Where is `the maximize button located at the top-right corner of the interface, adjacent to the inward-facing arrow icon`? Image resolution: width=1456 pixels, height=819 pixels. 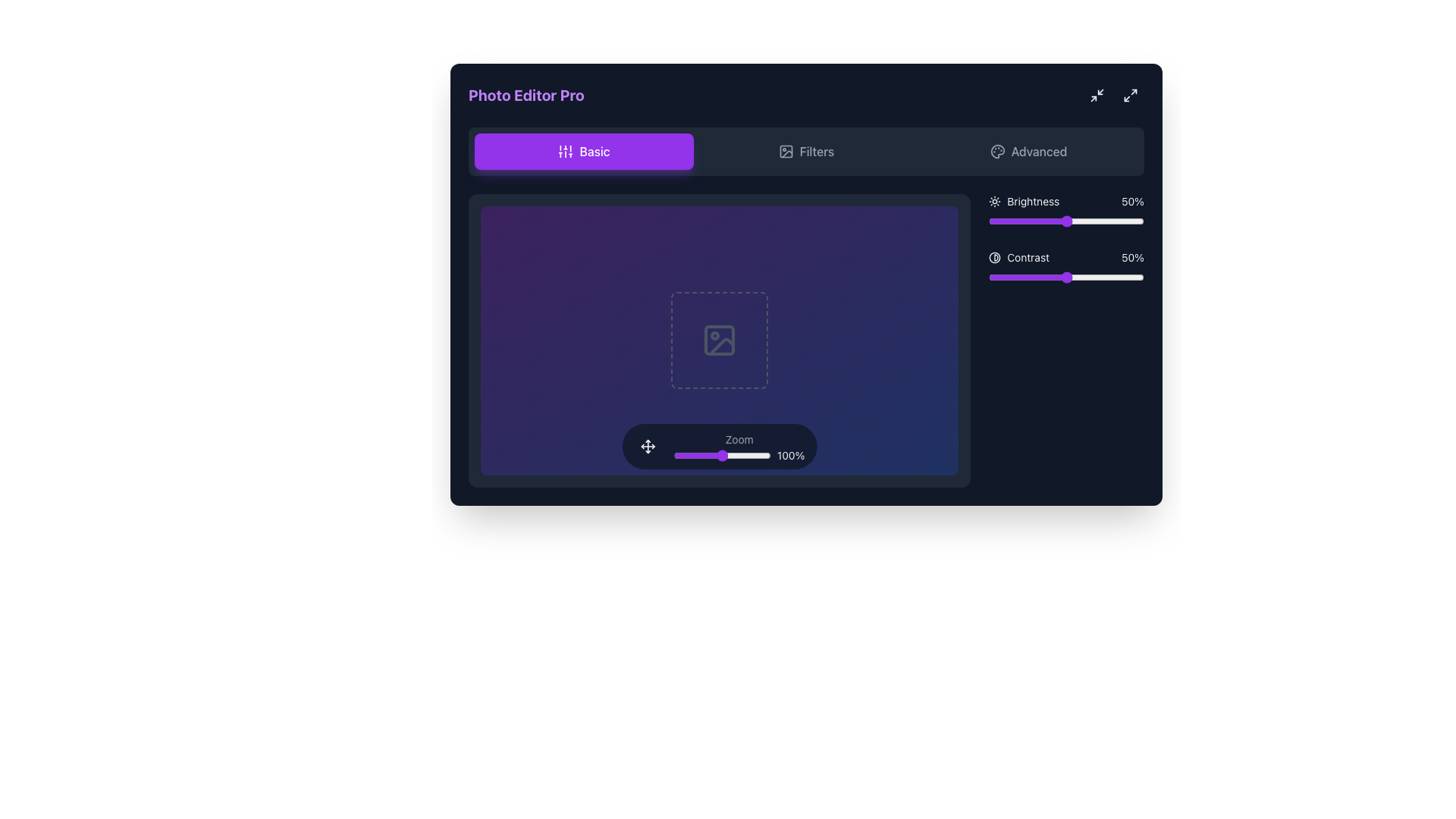 the maximize button located at the top-right corner of the interface, adjacent to the inward-facing arrow icon is located at coordinates (1131, 96).